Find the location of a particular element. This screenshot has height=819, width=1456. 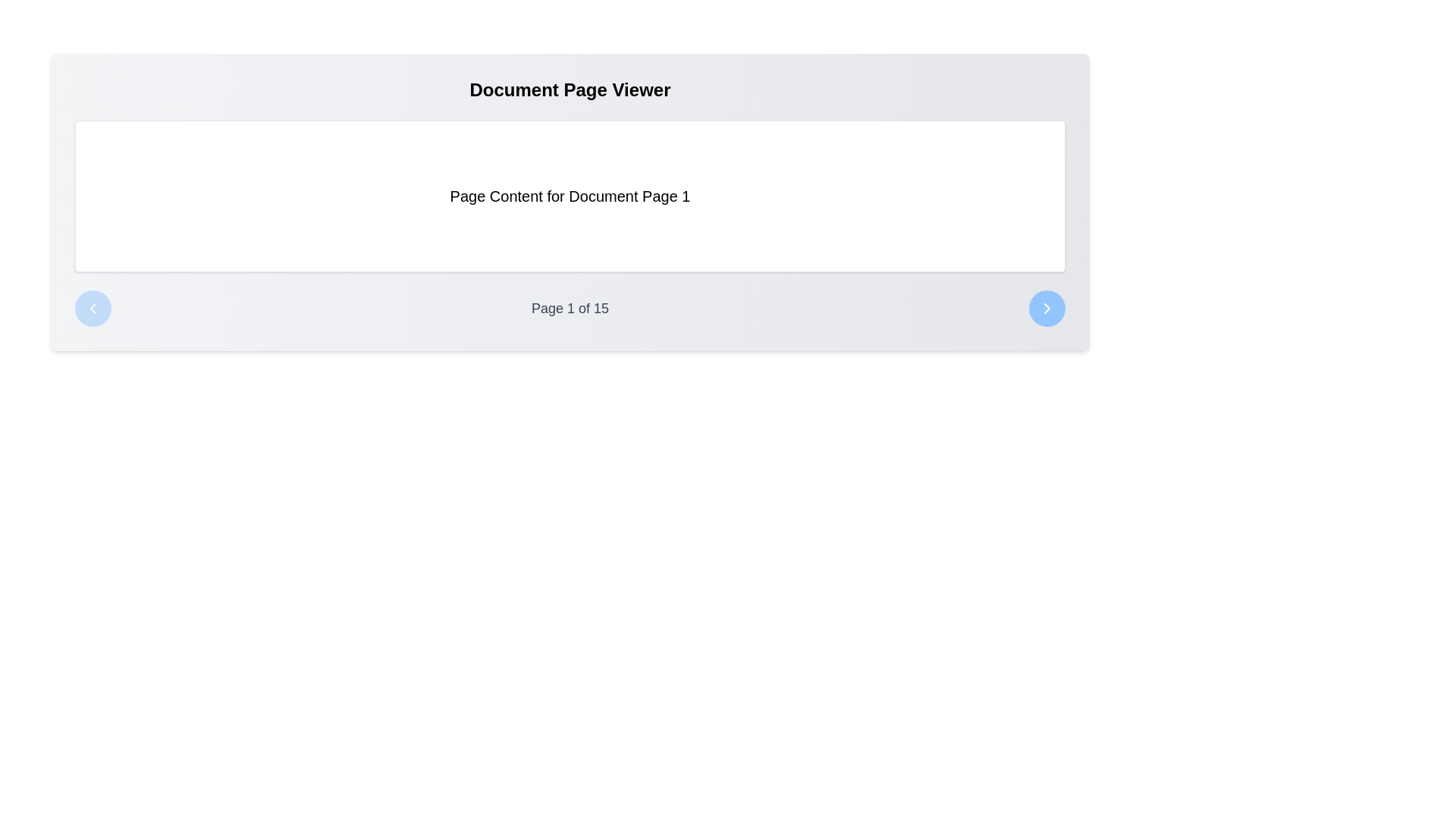

the heading 'Document Page Viewer' which is styled with a bold and large font, located at the top of the document viewer interface is located at coordinates (570, 90).